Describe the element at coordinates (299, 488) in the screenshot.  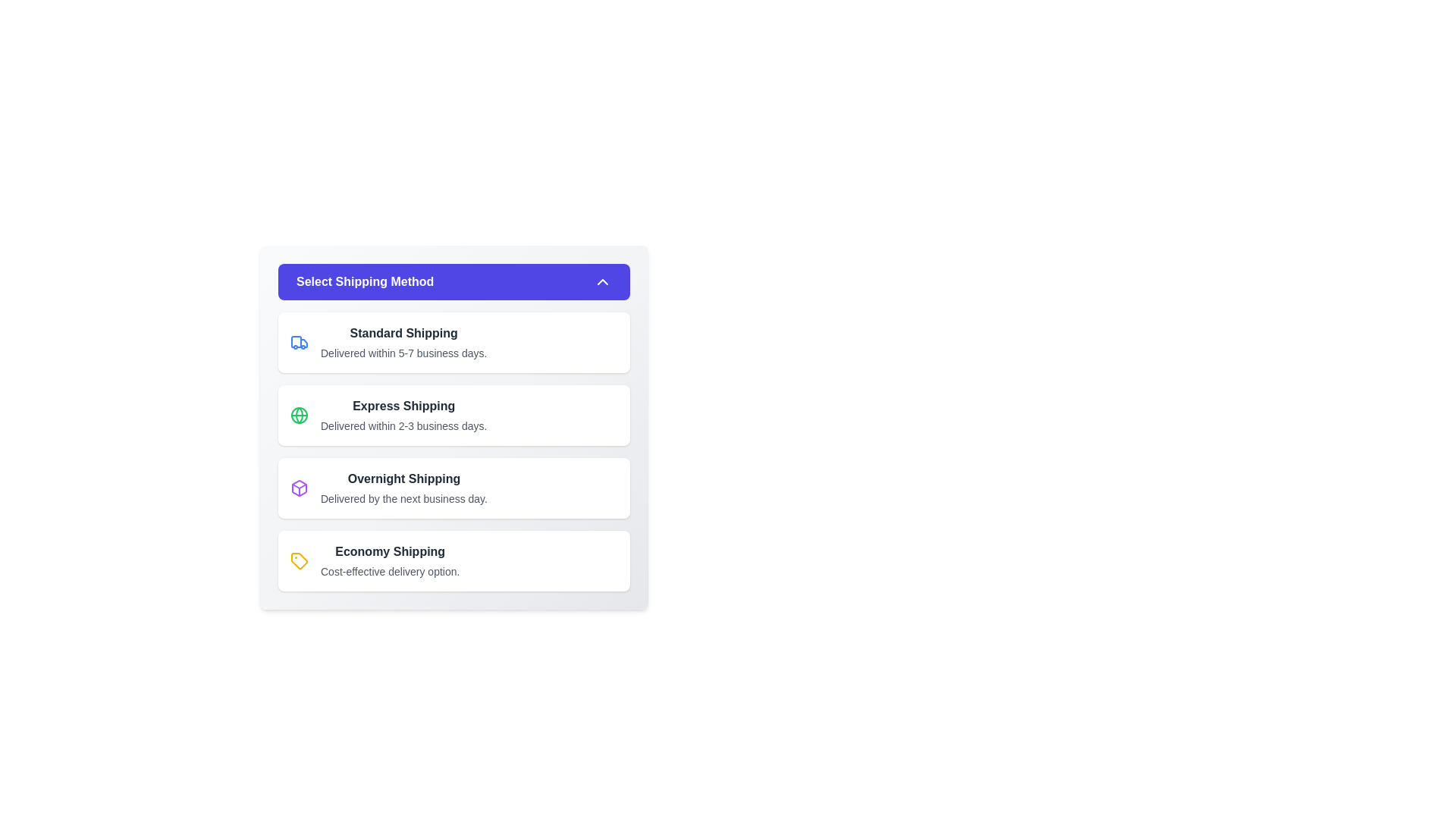
I see `the purple 3D box icon located to the left of the 'Overnight Shipping' text` at that location.